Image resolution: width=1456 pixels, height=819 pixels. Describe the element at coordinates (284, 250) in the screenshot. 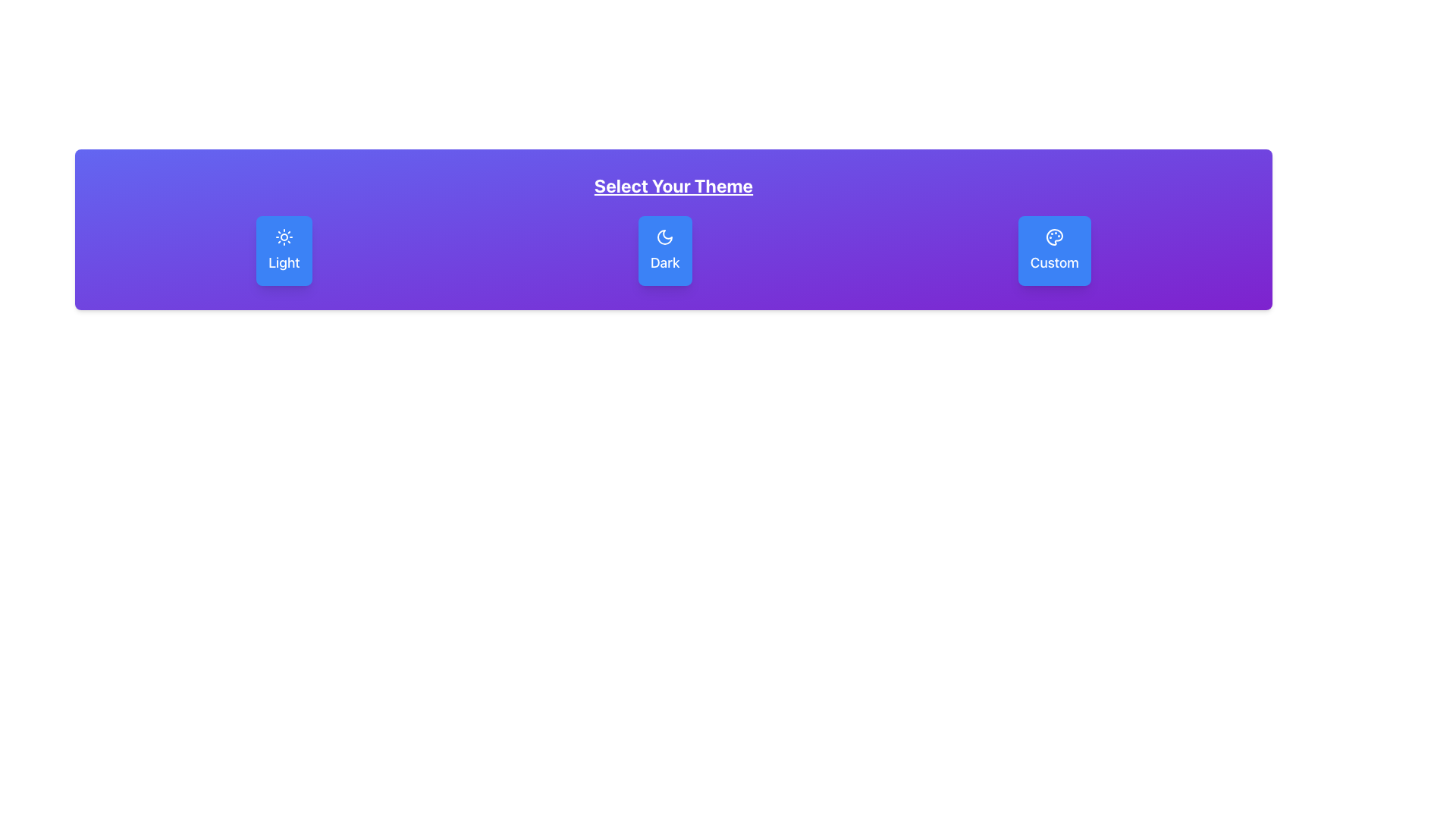

I see `the 'Light' theme selection button located on the left side of the theme selection layout` at that location.